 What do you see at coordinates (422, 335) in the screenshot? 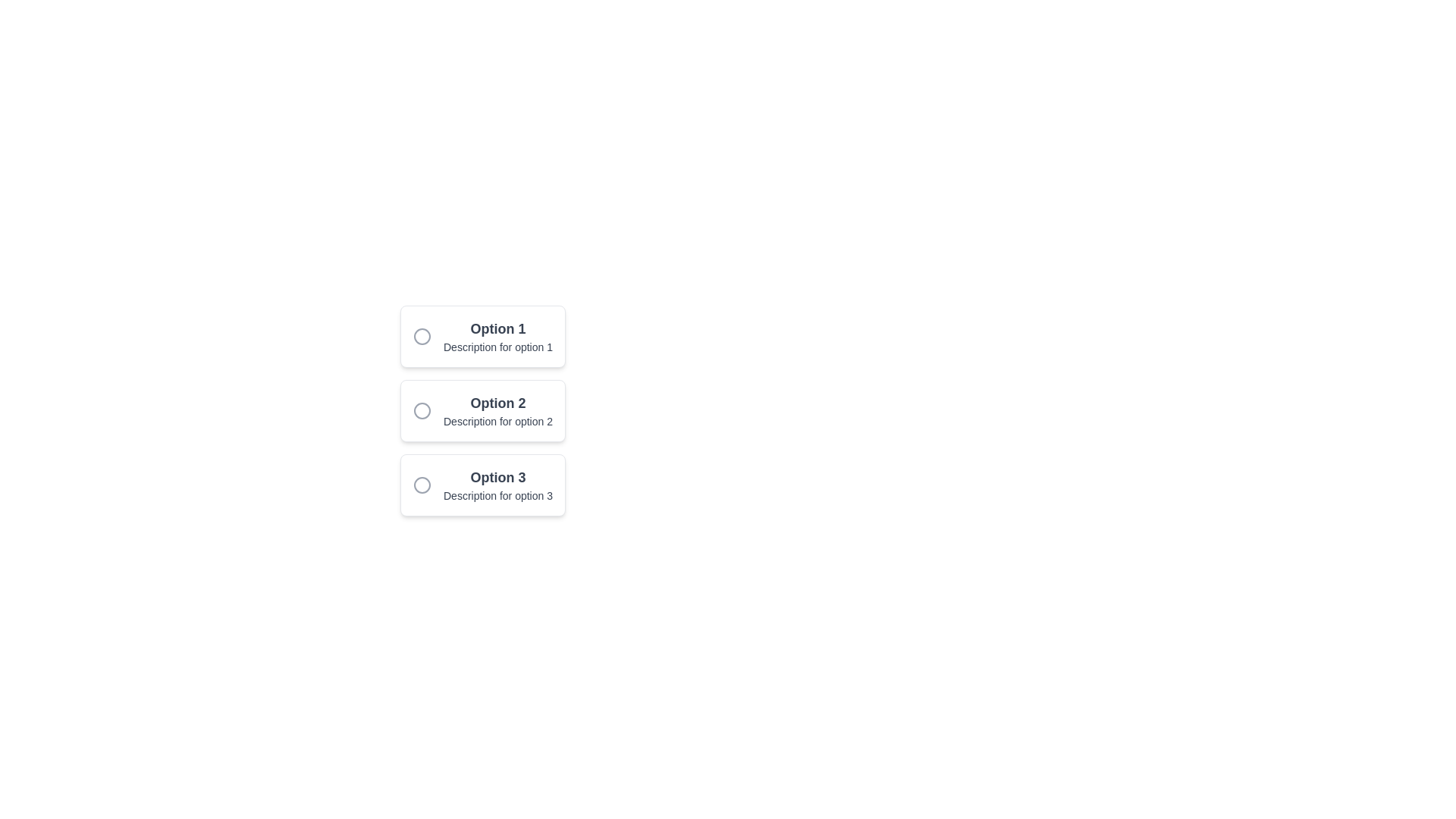
I see `the circle radio button for 'Option 1'` at bounding box center [422, 335].